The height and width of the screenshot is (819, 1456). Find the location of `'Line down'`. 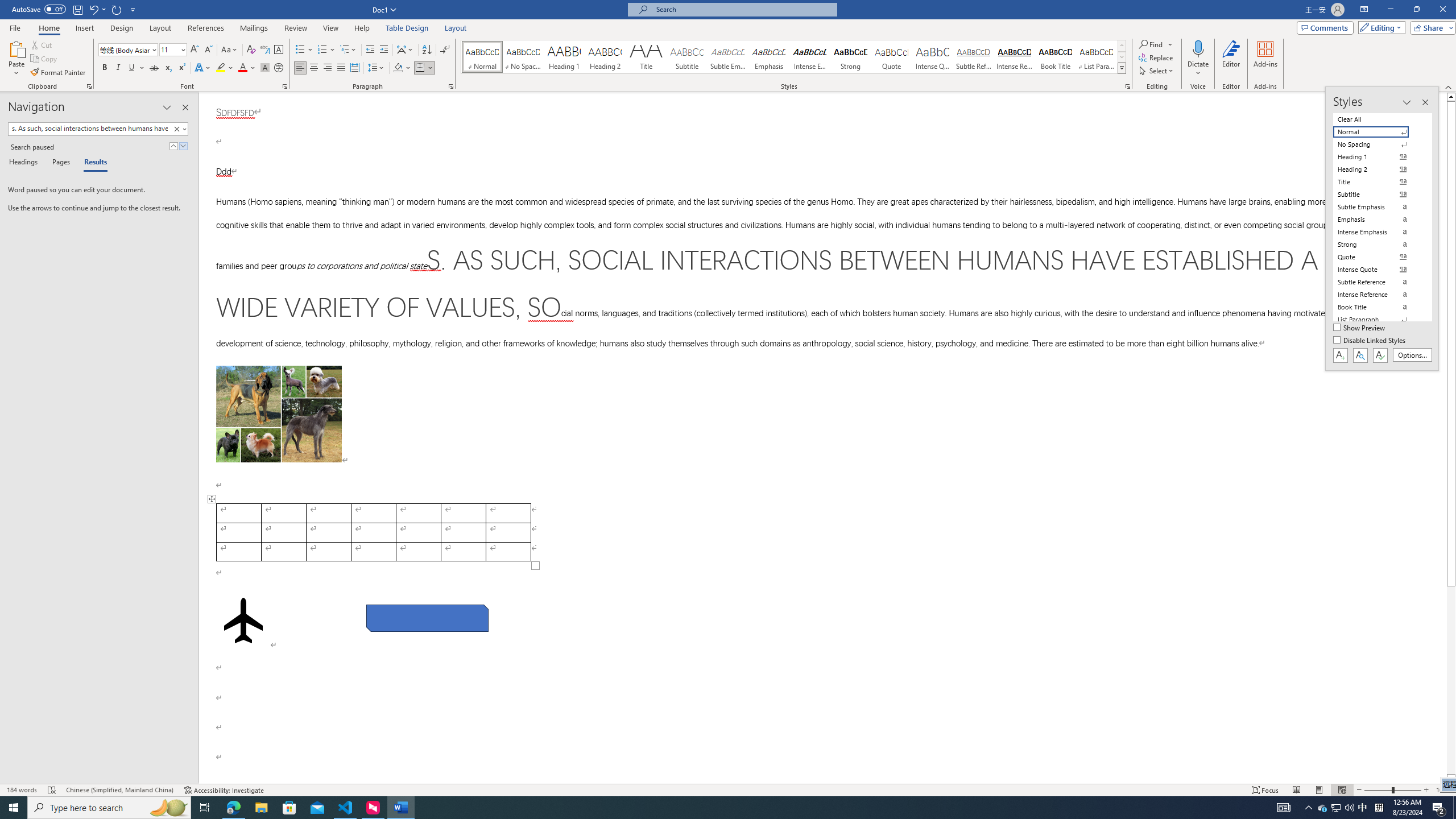

'Line down' is located at coordinates (1451, 778).